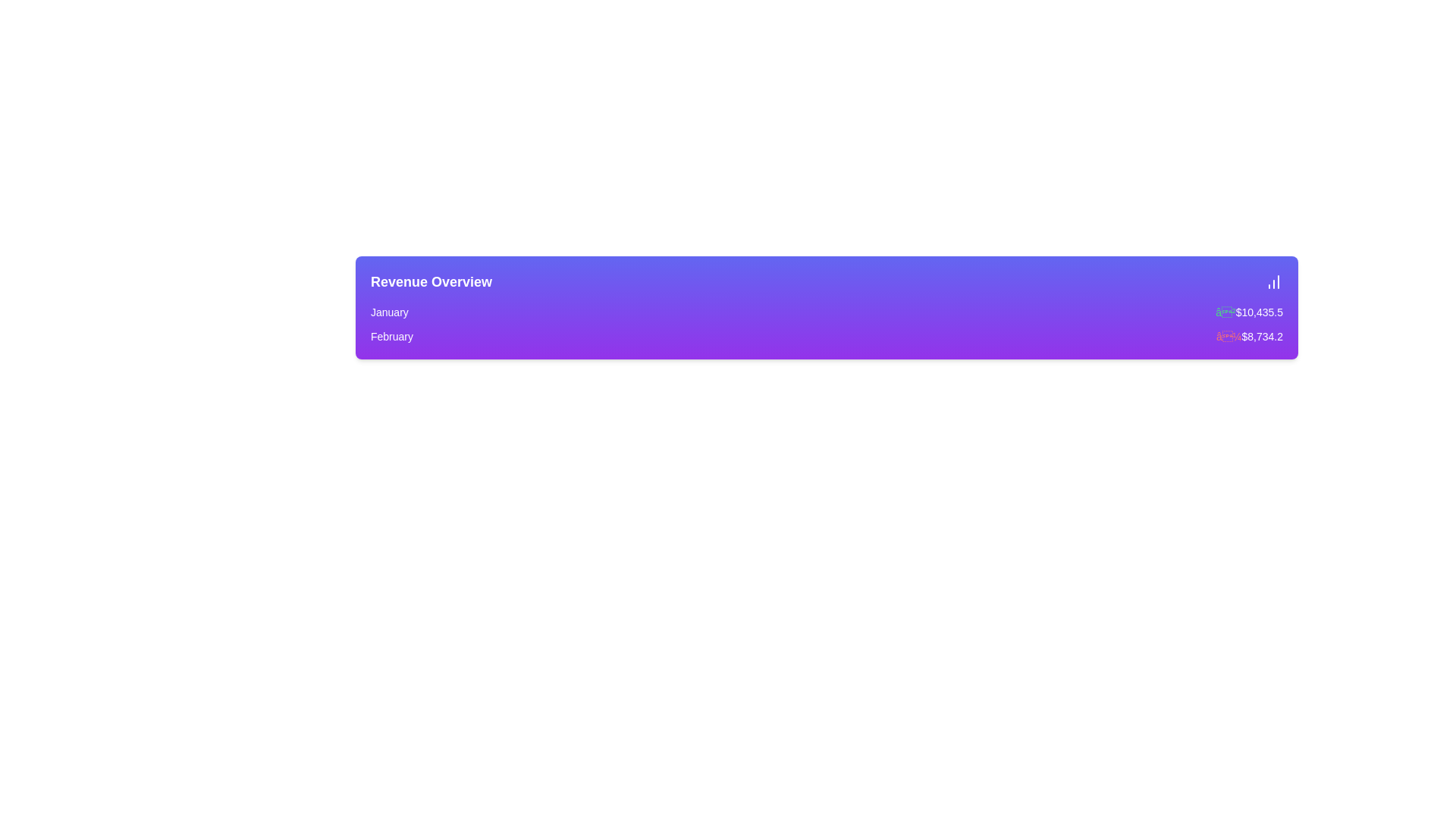 This screenshot has width=1456, height=819. Describe the element at coordinates (389, 312) in the screenshot. I see `the 'January' text label, which indicates the month in a financial overview context, positioned above 'February' within a horizontal group of elements` at that location.